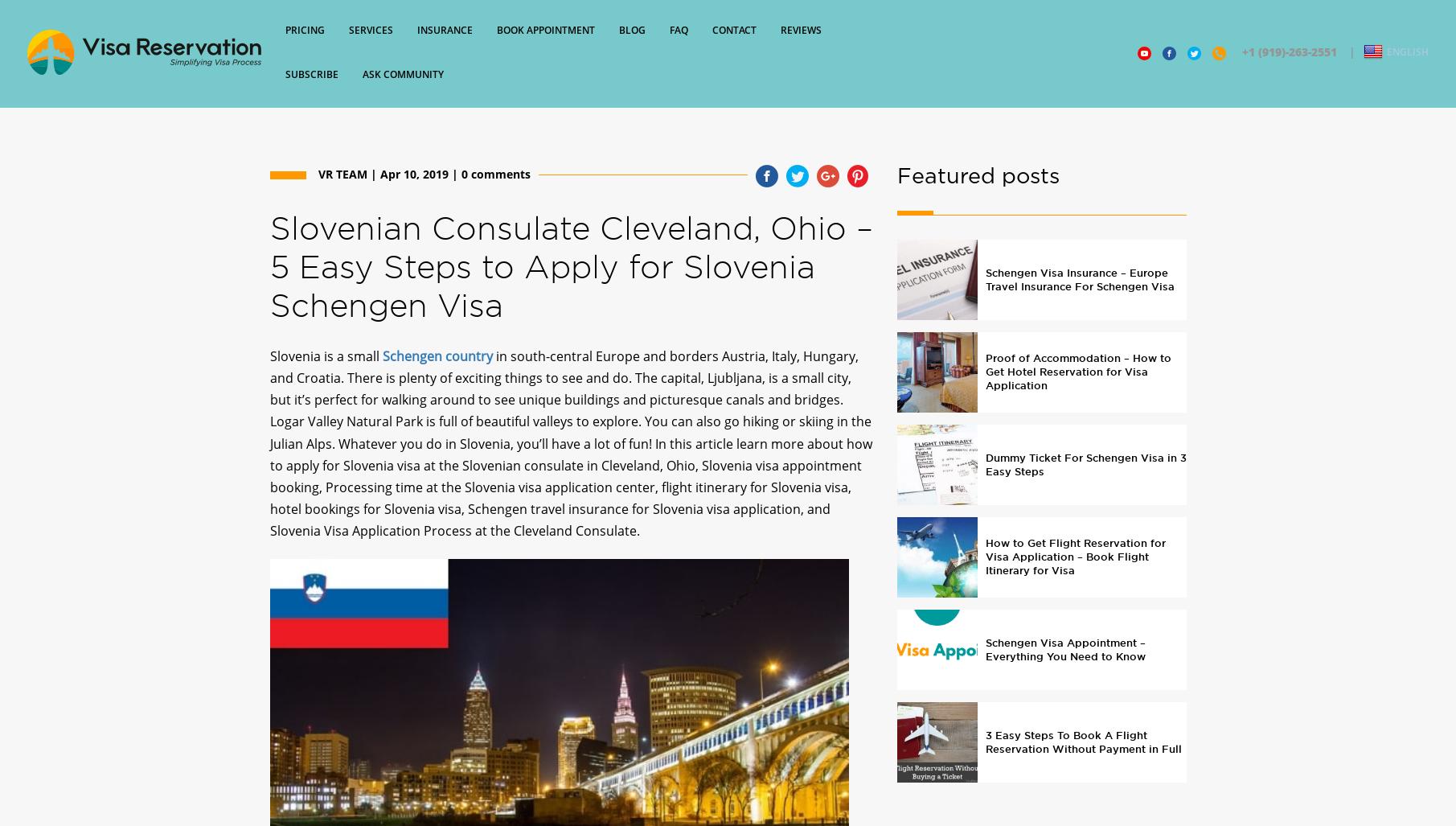 The image size is (1456, 826). Describe the element at coordinates (1234, 59) in the screenshot. I see `'+1 (919)-263-2551'` at that location.